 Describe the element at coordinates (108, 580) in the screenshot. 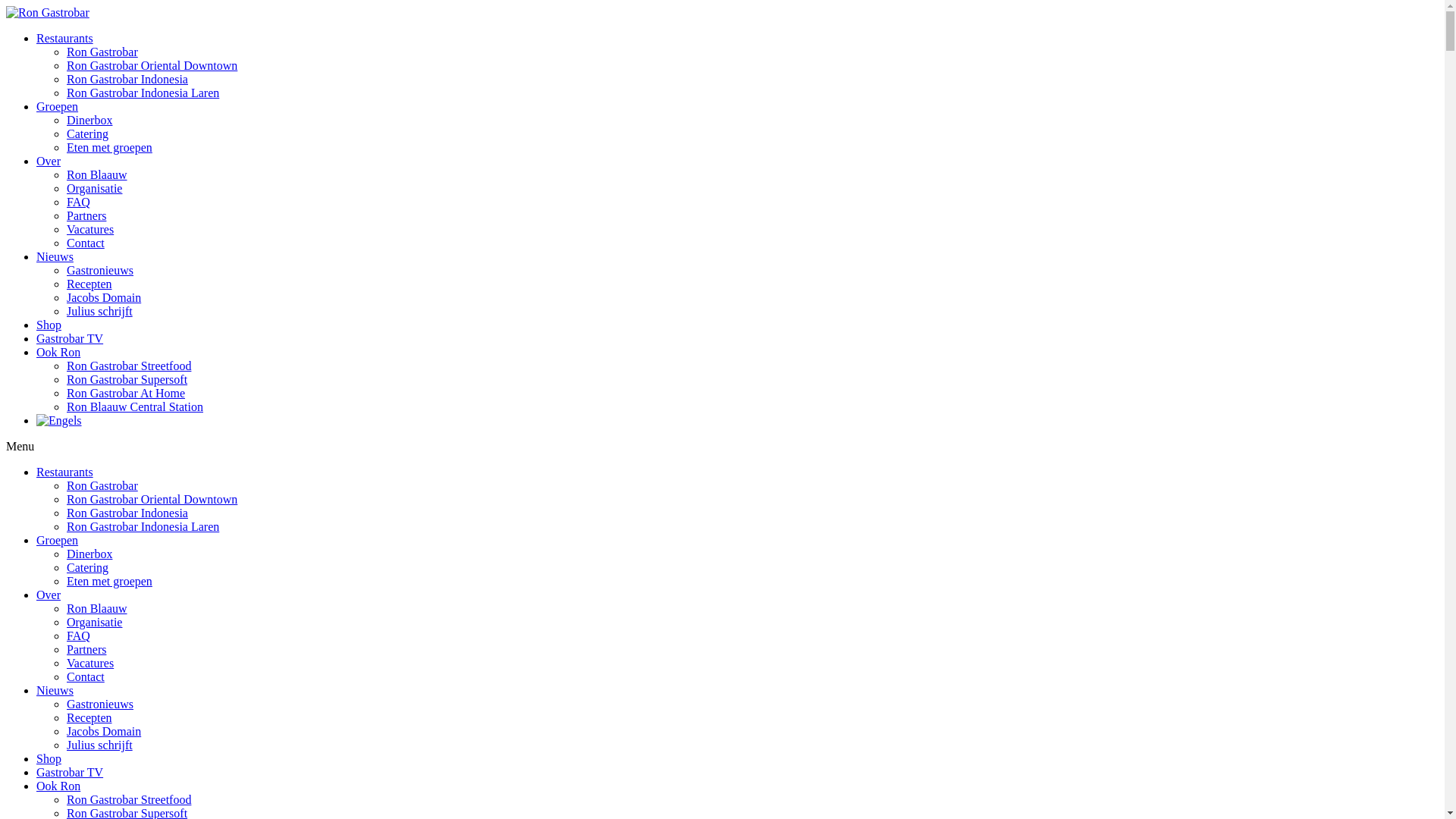

I see `'Eten met groepen'` at that location.